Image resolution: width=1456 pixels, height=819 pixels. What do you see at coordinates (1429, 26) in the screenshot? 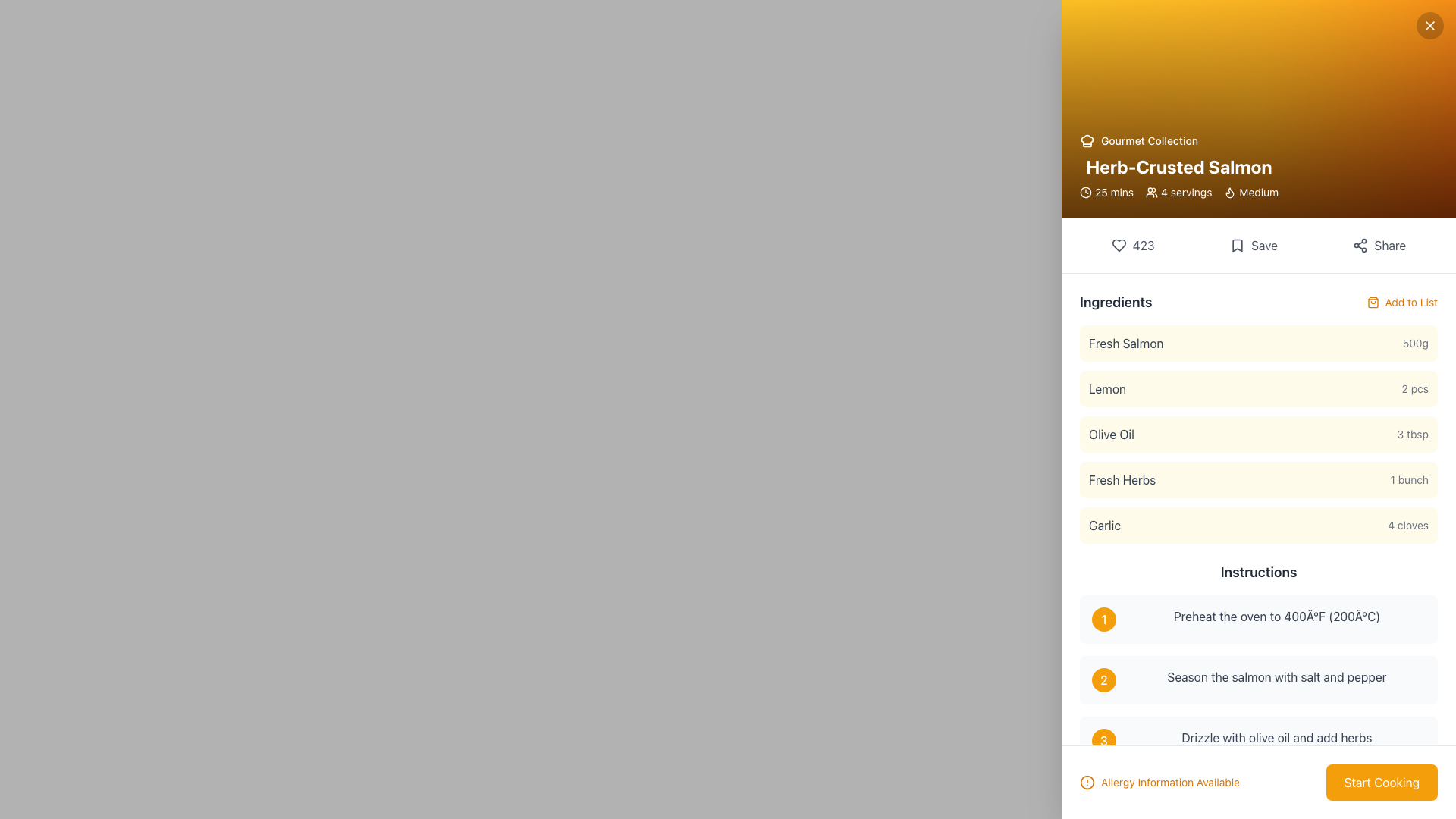
I see `the circular close button with a black transparent background located at the top-right corner of the section featuring an orange gradient design to observe visual changes` at bounding box center [1429, 26].